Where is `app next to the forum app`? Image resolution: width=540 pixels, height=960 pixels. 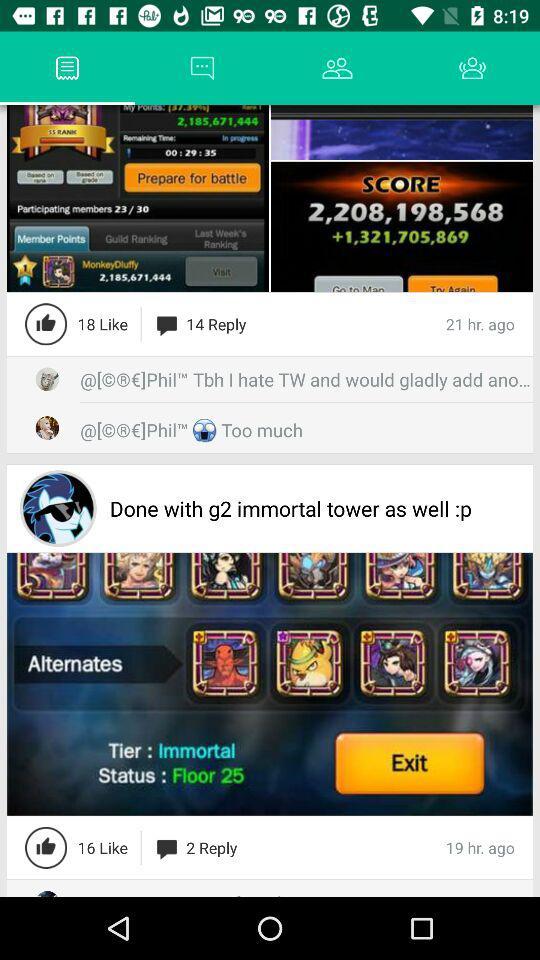 app next to the forum app is located at coordinates (36, 68).